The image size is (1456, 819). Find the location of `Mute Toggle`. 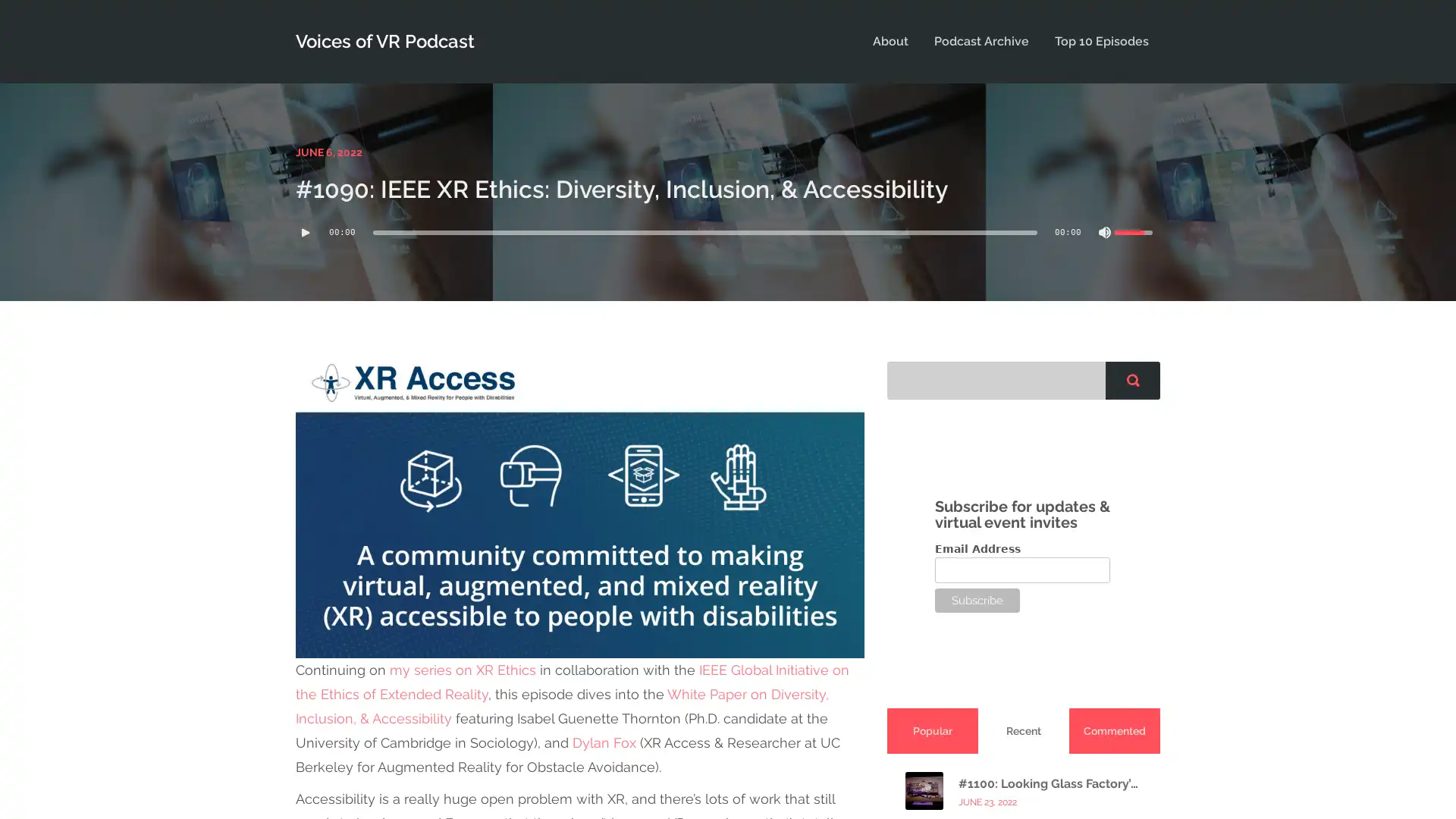

Mute Toggle is located at coordinates (1105, 231).